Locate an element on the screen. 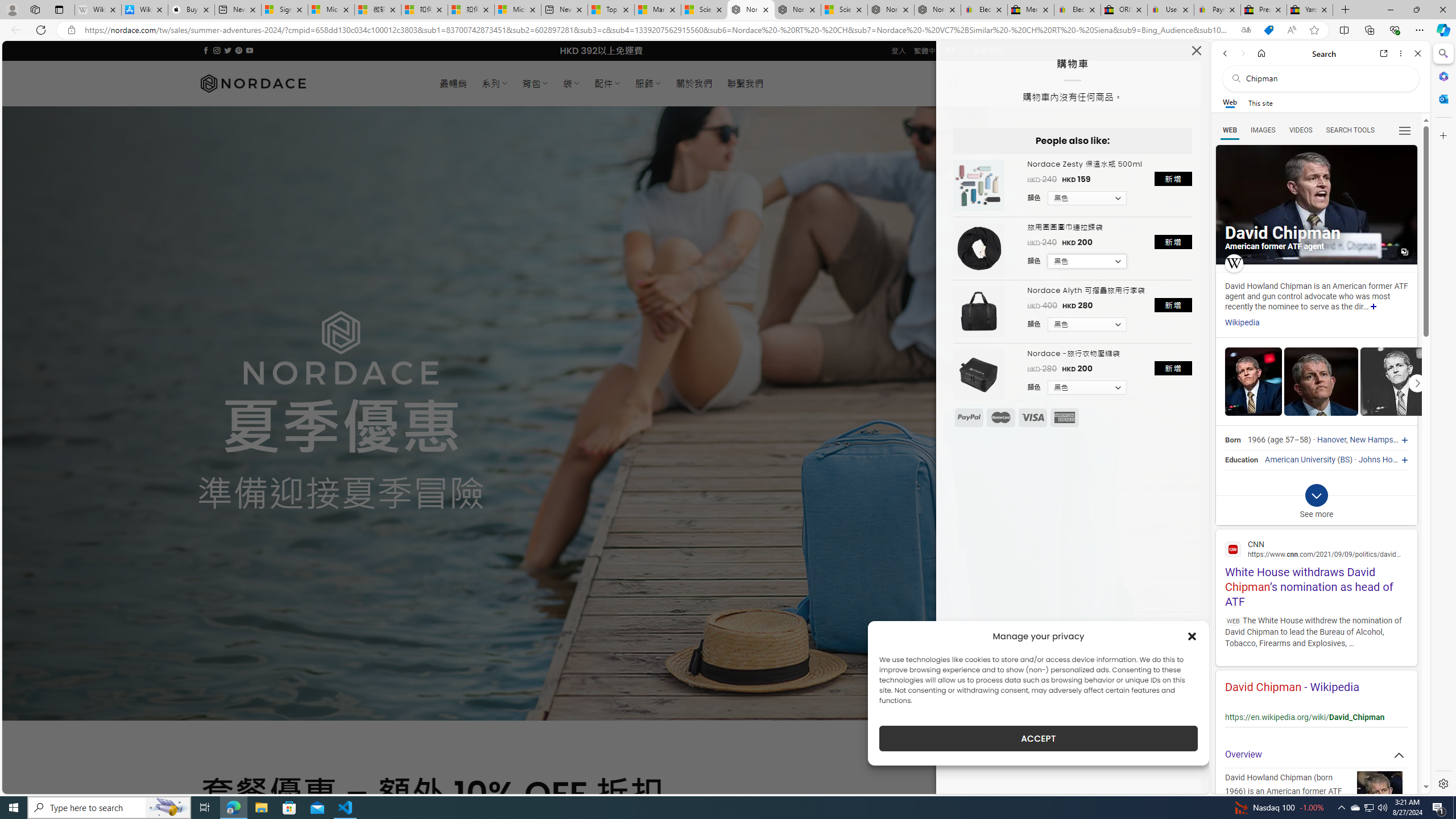 Image resolution: width=1456 pixels, height=819 pixels. 'View site information' is located at coordinates (71, 30).